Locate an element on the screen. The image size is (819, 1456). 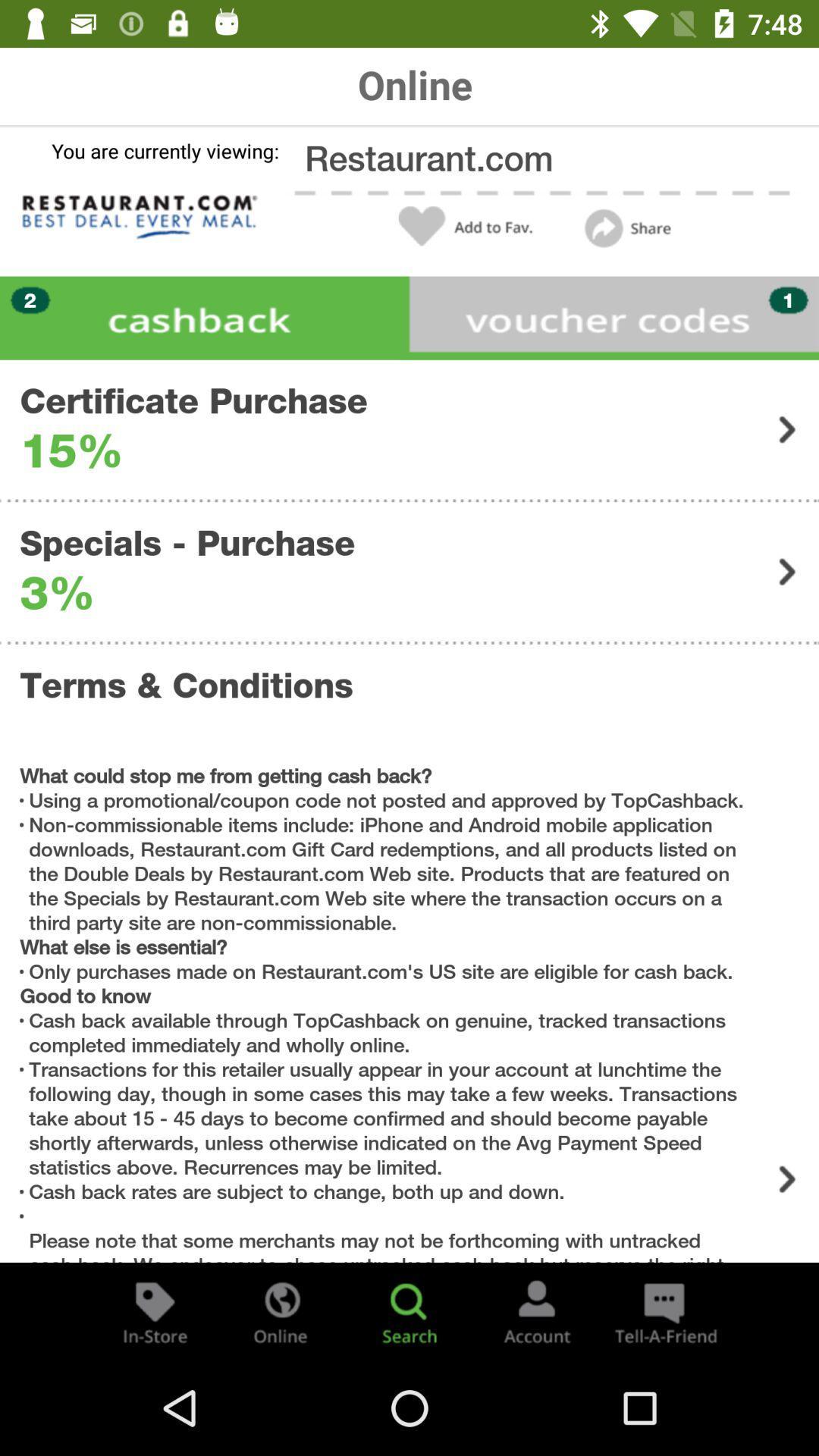
the search icon is located at coordinates (409, 1310).